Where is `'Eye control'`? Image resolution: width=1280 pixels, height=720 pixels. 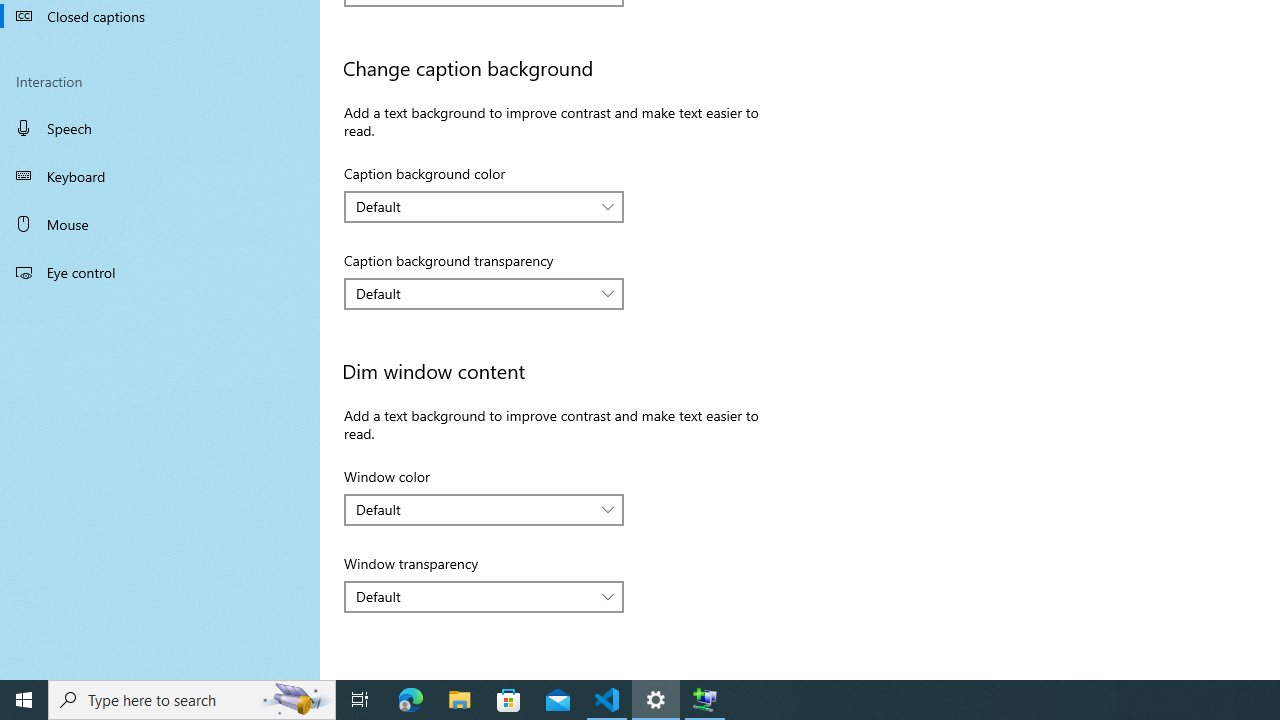 'Eye control' is located at coordinates (160, 271).